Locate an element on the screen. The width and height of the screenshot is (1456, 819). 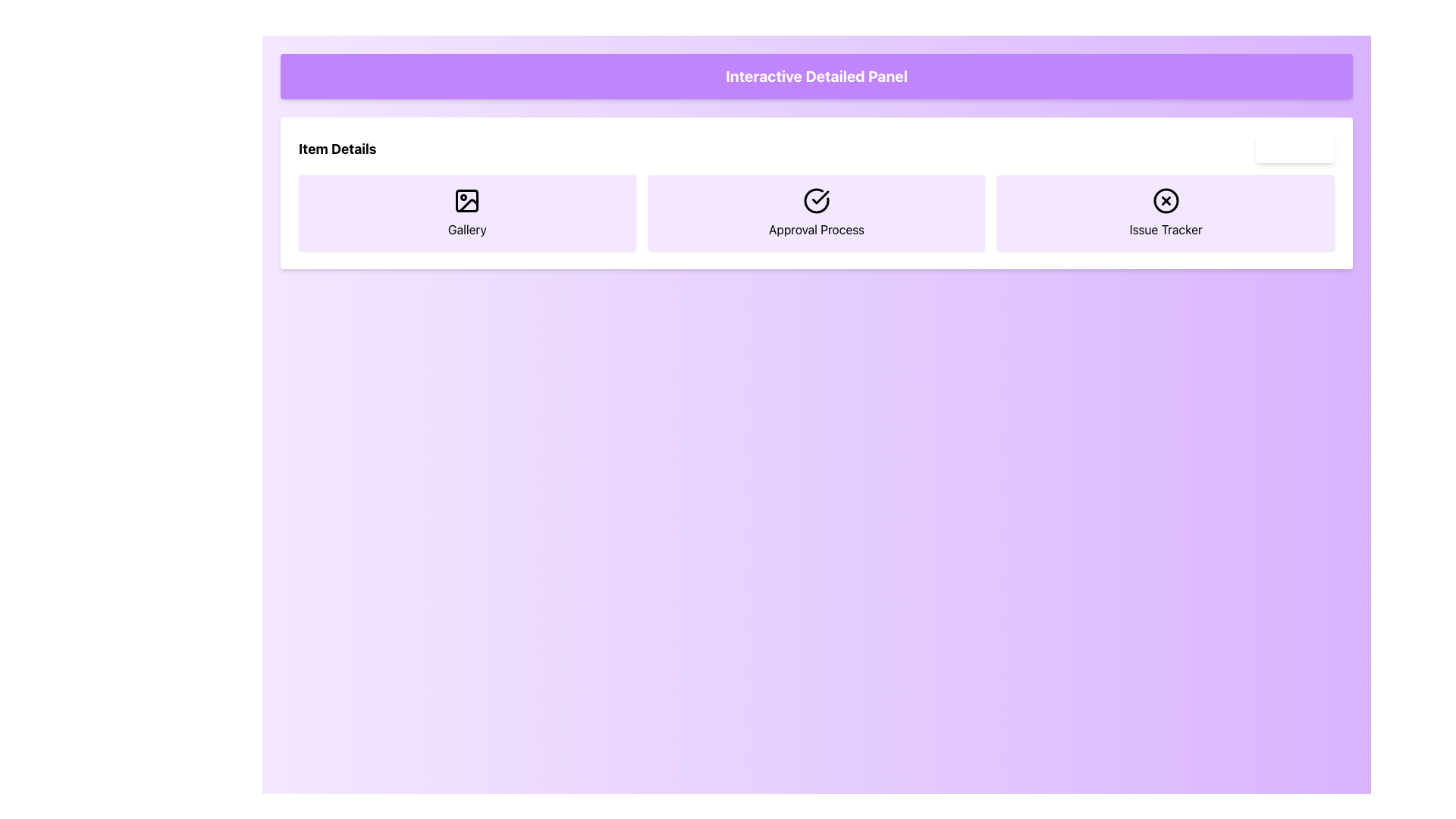
the Decorative SVG Icon located in the leftmost purple card labeled 'Gallery' in the 'Item Details' section, which visually signifies gallery-related functionality is located at coordinates (466, 200).